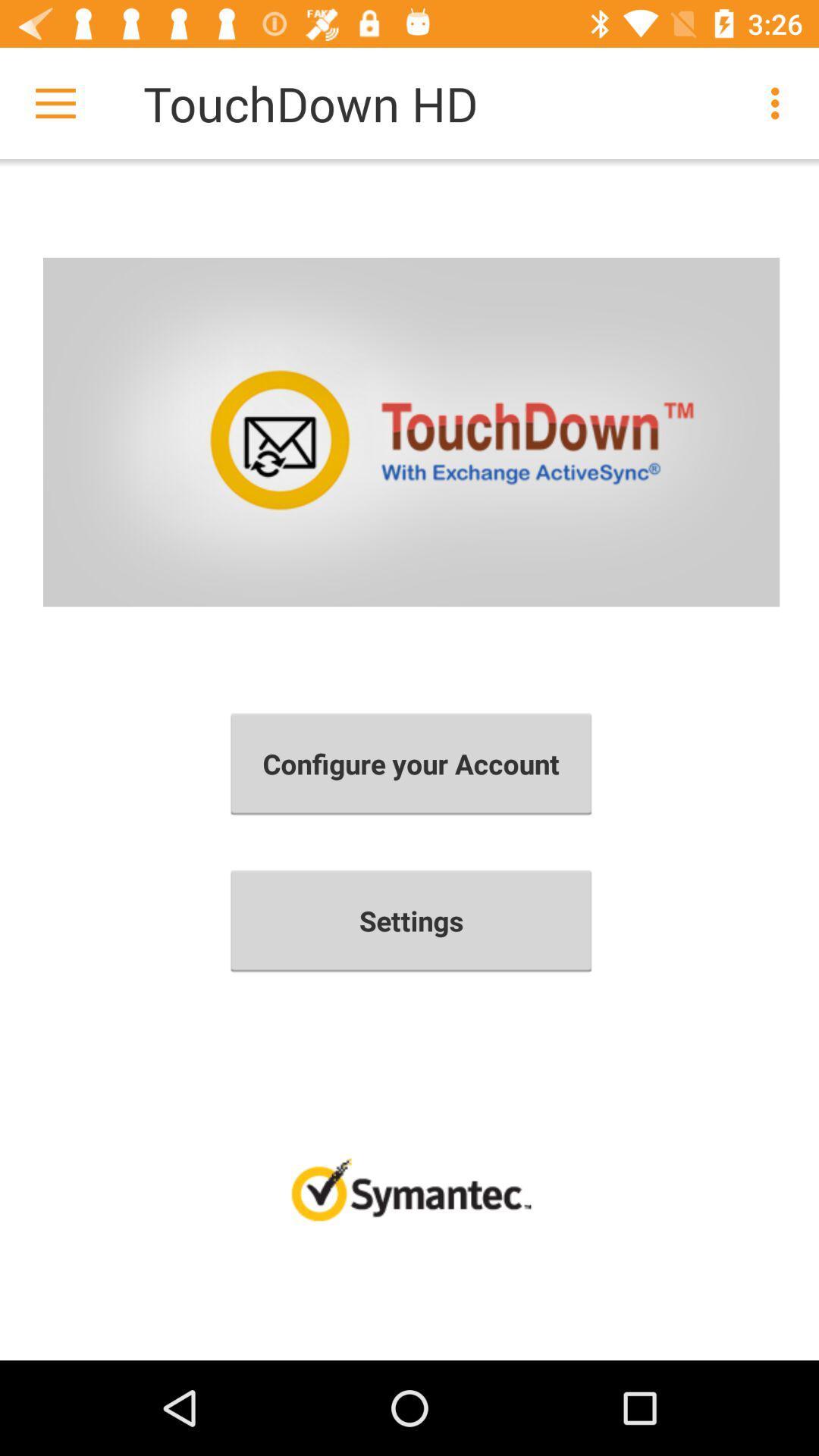 The width and height of the screenshot is (819, 1456). Describe the element at coordinates (411, 920) in the screenshot. I see `item below configure your account icon` at that location.